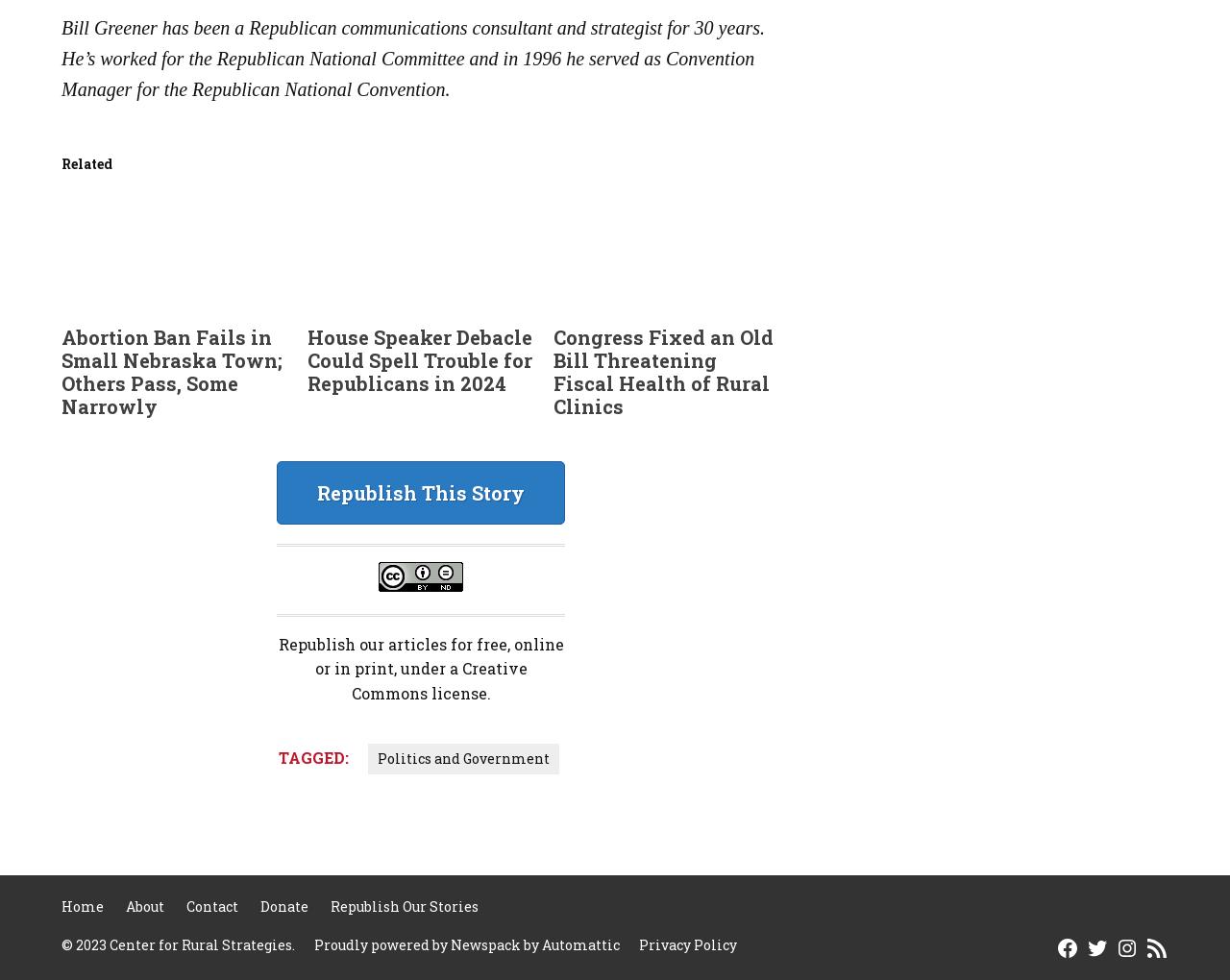 The height and width of the screenshot is (980, 1230). I want to click on 'Home', so click(82, 905).